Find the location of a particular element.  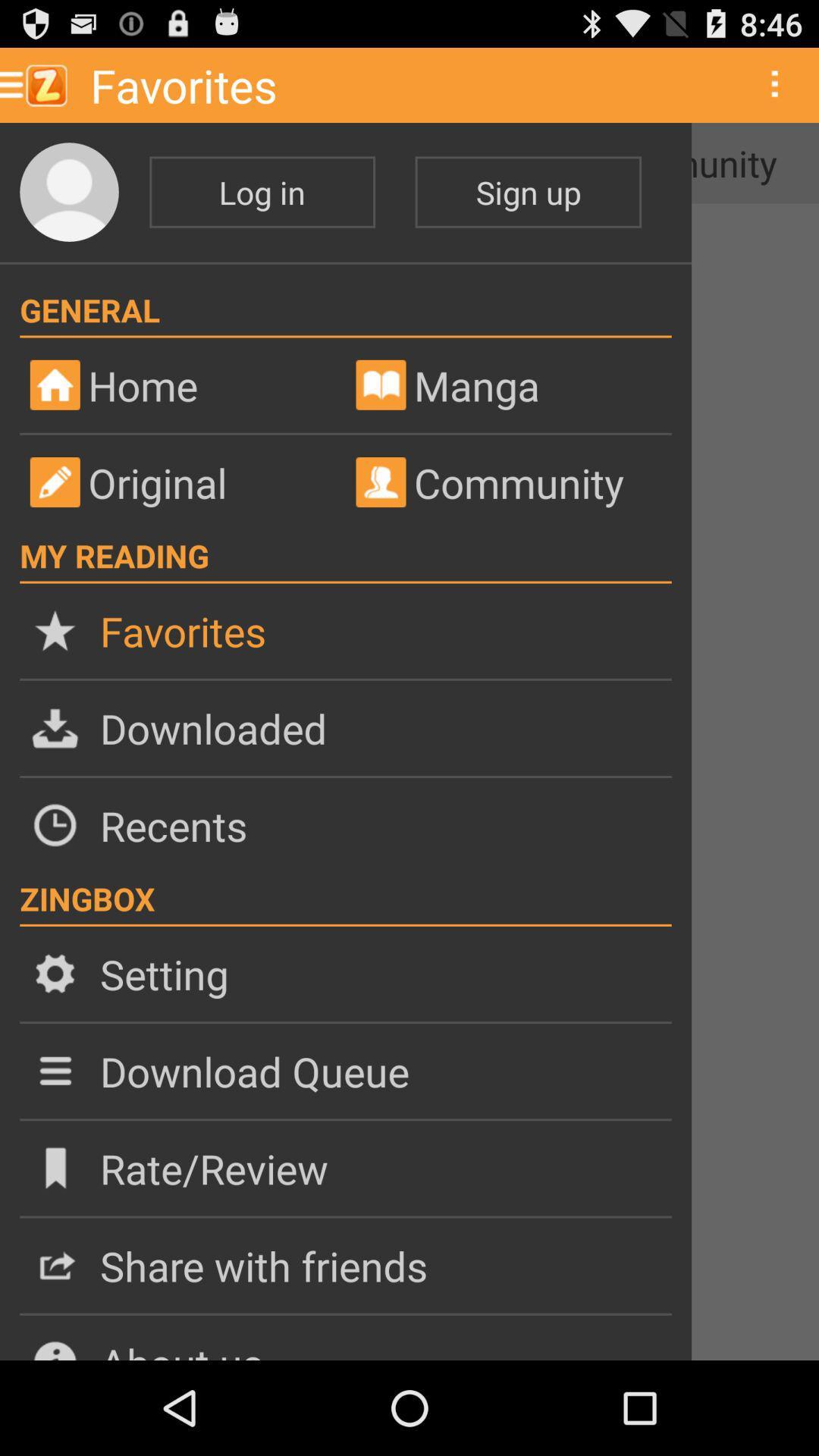

the button which is below the share with friends is located at coordinates (345, 1338).